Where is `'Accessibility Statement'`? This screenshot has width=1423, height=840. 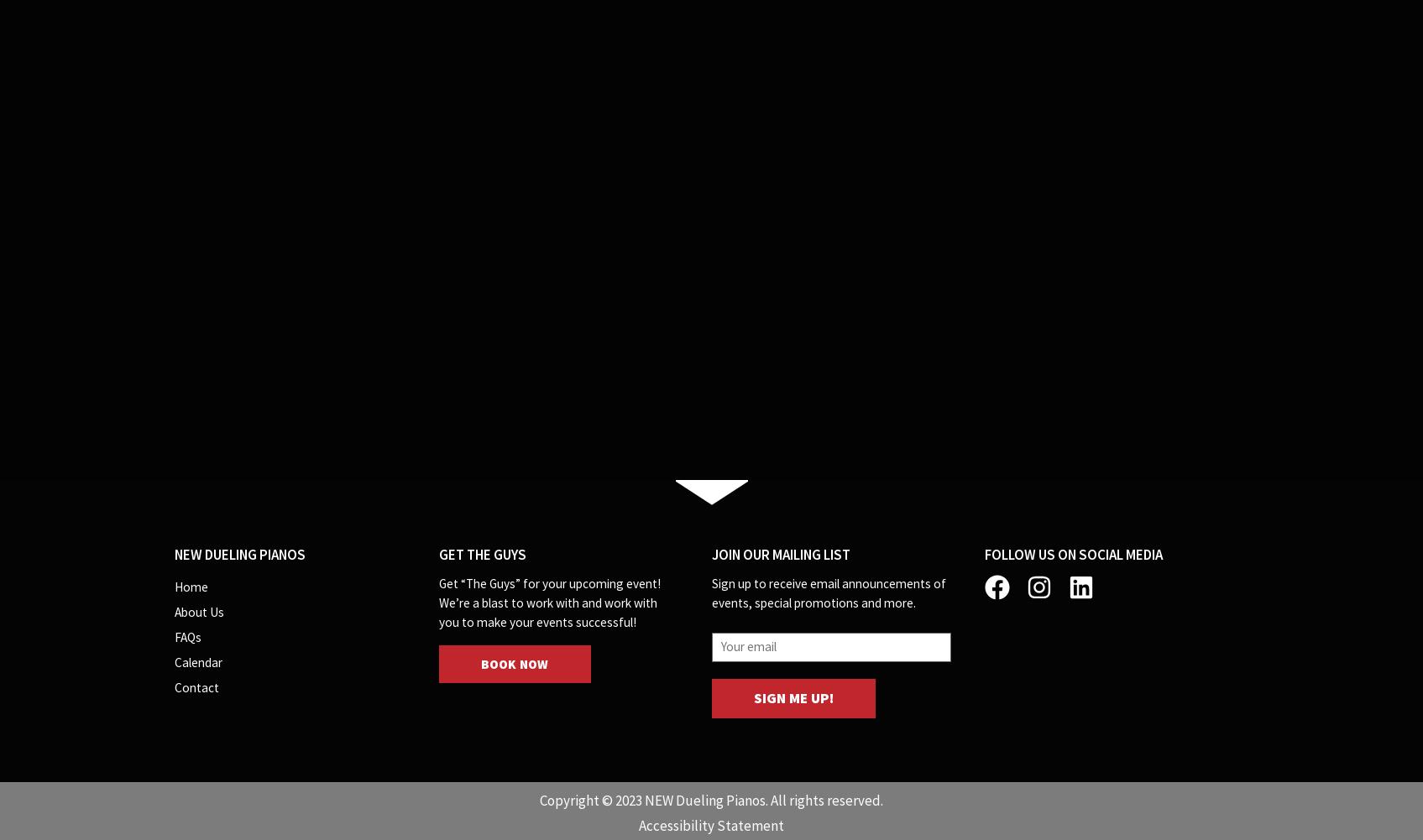 'Accessibility Statement' is located at coordinates (711, 824).